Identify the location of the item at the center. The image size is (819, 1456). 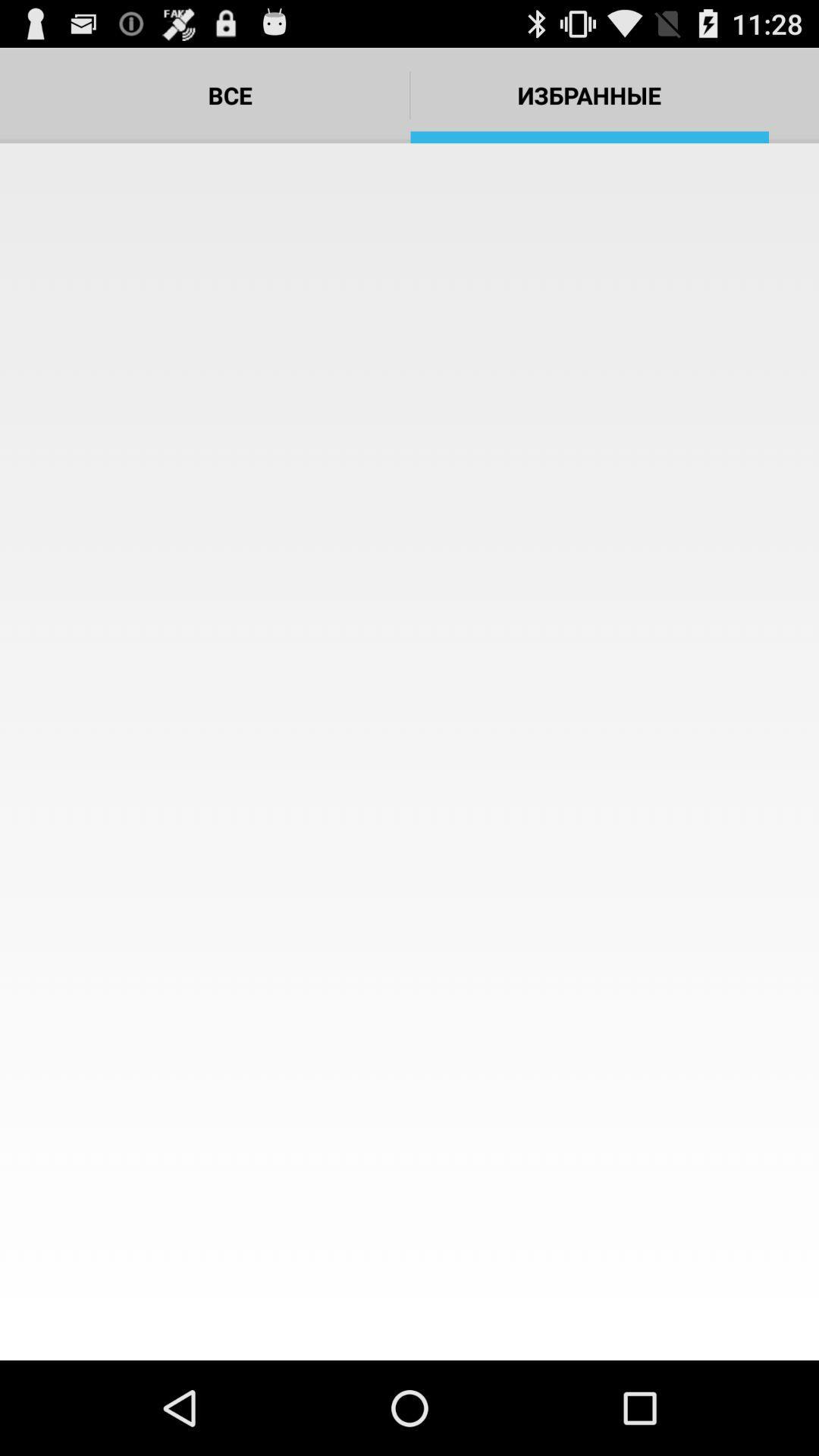
(409, 752).